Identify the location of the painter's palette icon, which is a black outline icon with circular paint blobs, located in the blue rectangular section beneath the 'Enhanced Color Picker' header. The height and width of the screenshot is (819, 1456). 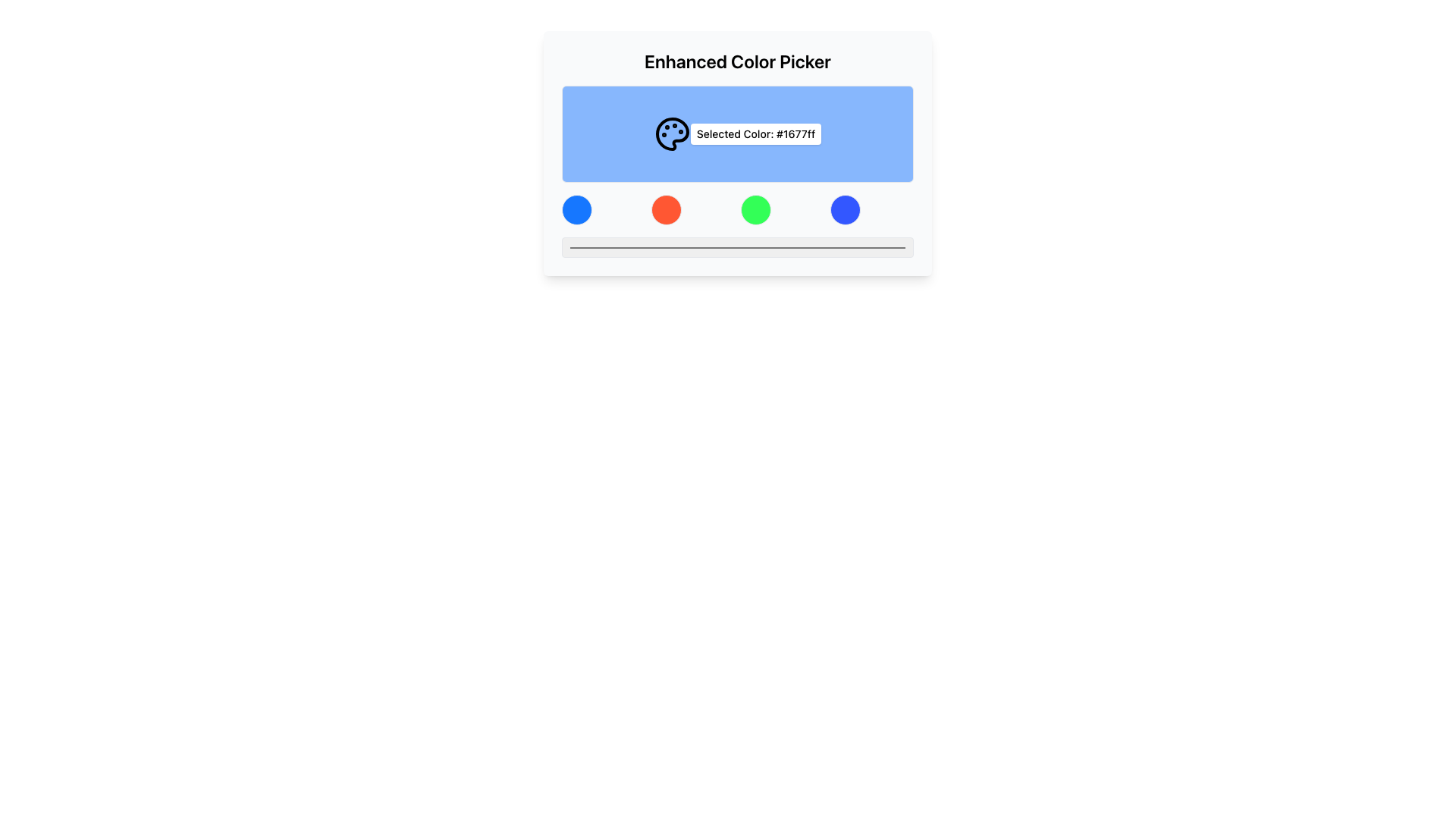
(671, 133).